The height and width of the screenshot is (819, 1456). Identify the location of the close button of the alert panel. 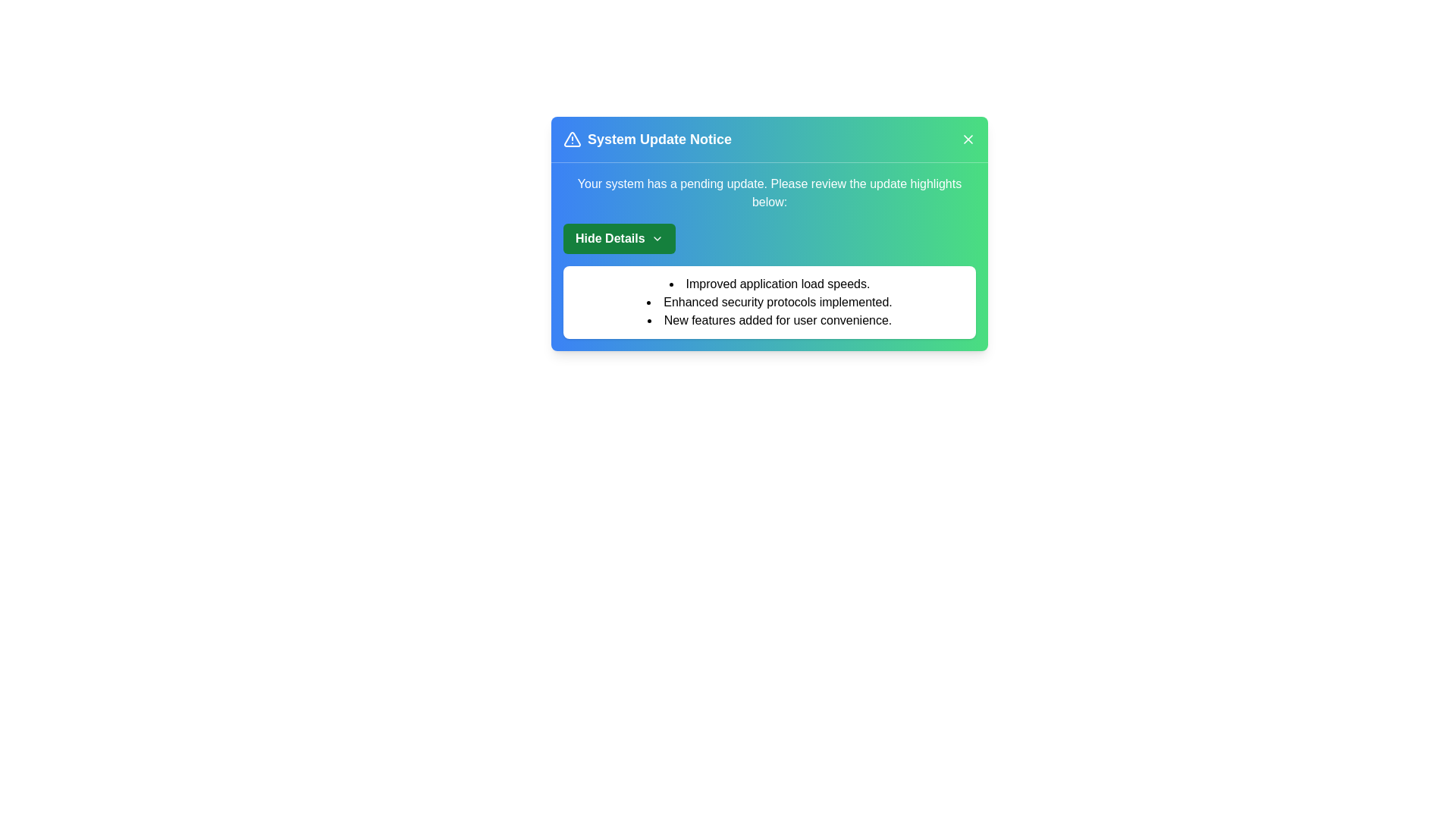
(967, 140).